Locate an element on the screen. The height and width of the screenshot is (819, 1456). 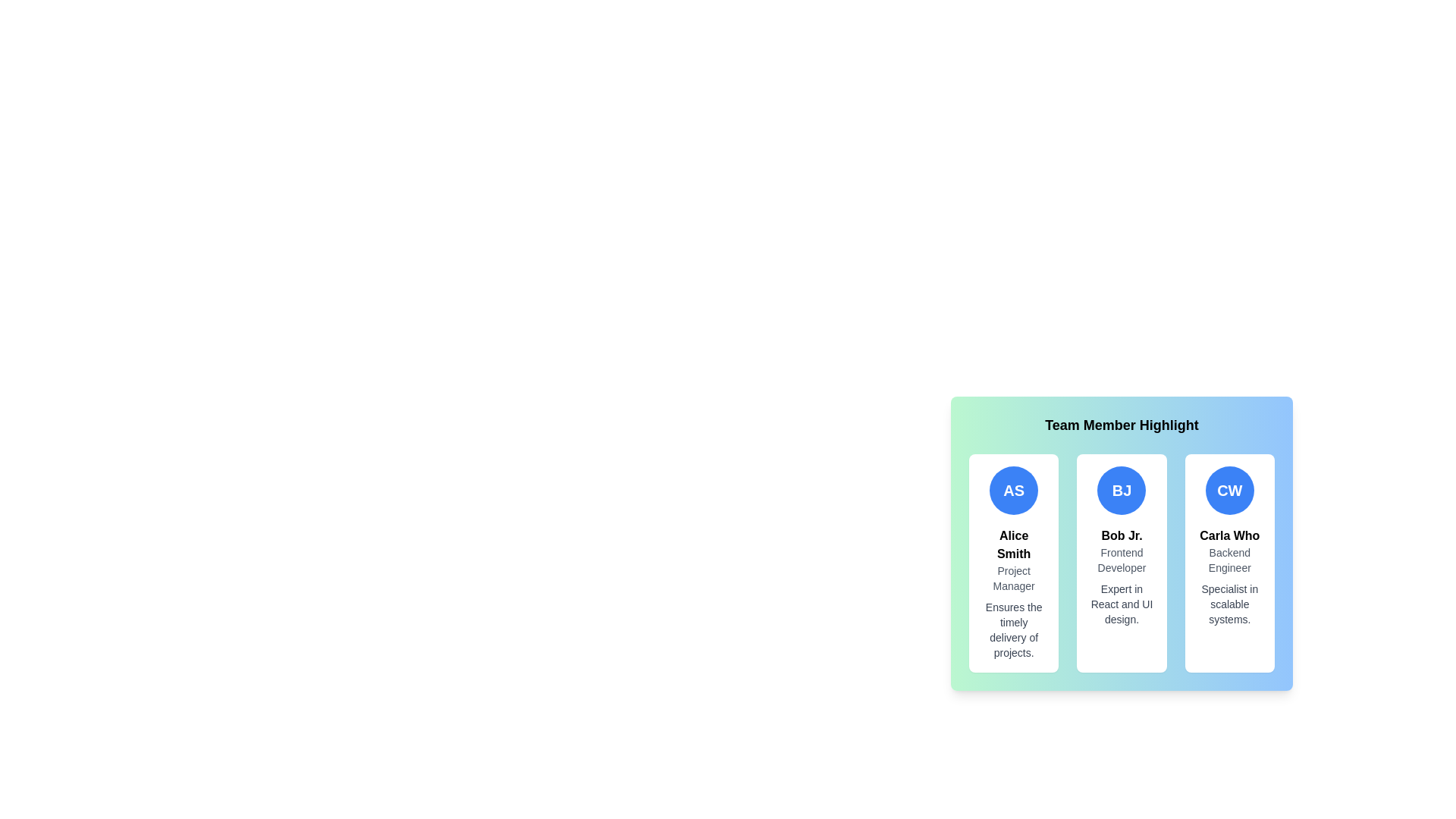
the text label element displaying the name 'Bob Jr.' which serves as an identifier for the corresponding team member, positioned below the icon labeled 'BJ.' is located at coordinates (1122, 535).